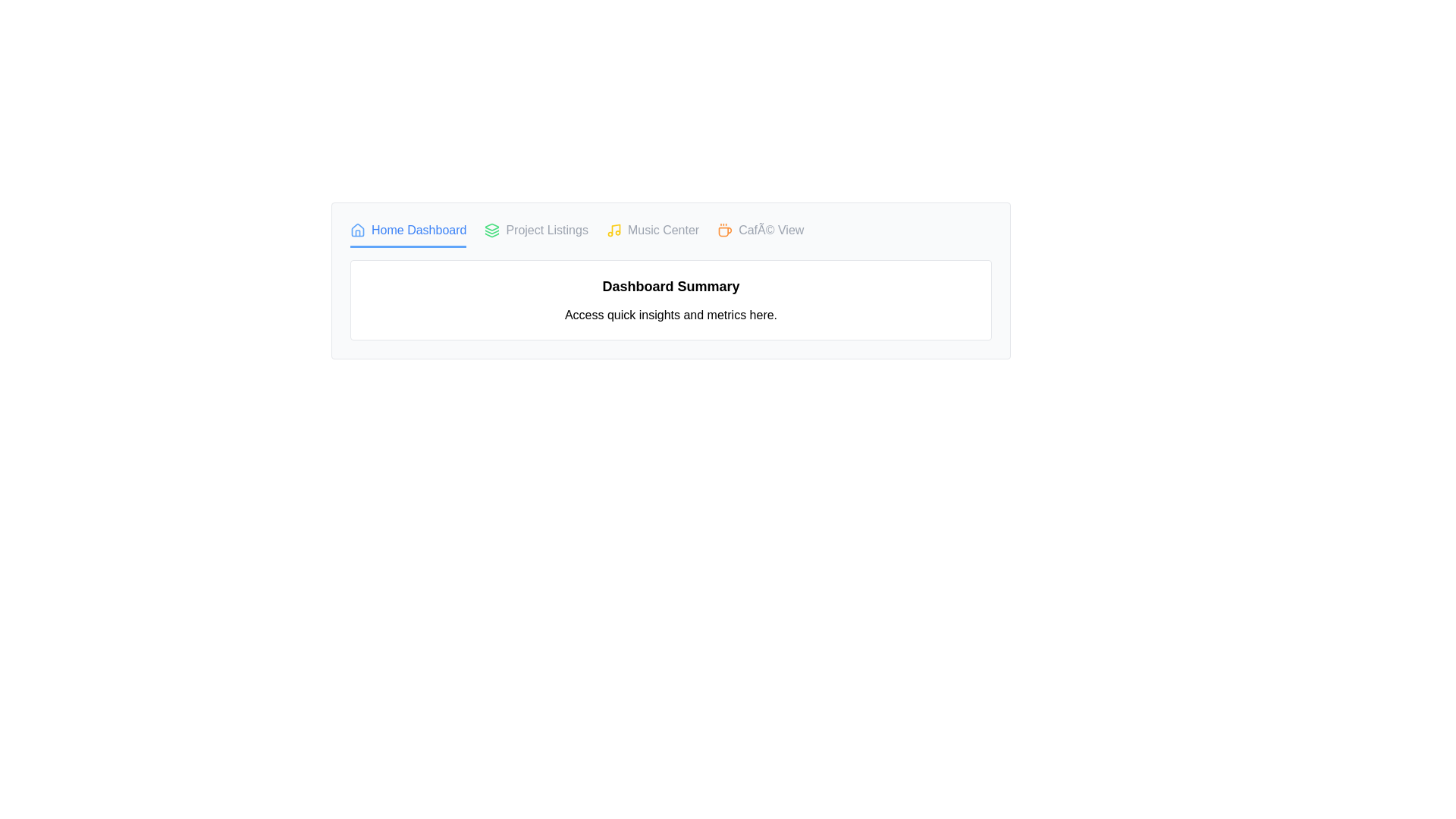  What do you see at coordinates (492, 227) in the screenshot?
I see `the triangular shape icon located in the navigation bar on the left side, which is styled with lightweight line strokes and green coloring, as it is the topmost layer of a stacked icon` at bounding box center [492, 227].